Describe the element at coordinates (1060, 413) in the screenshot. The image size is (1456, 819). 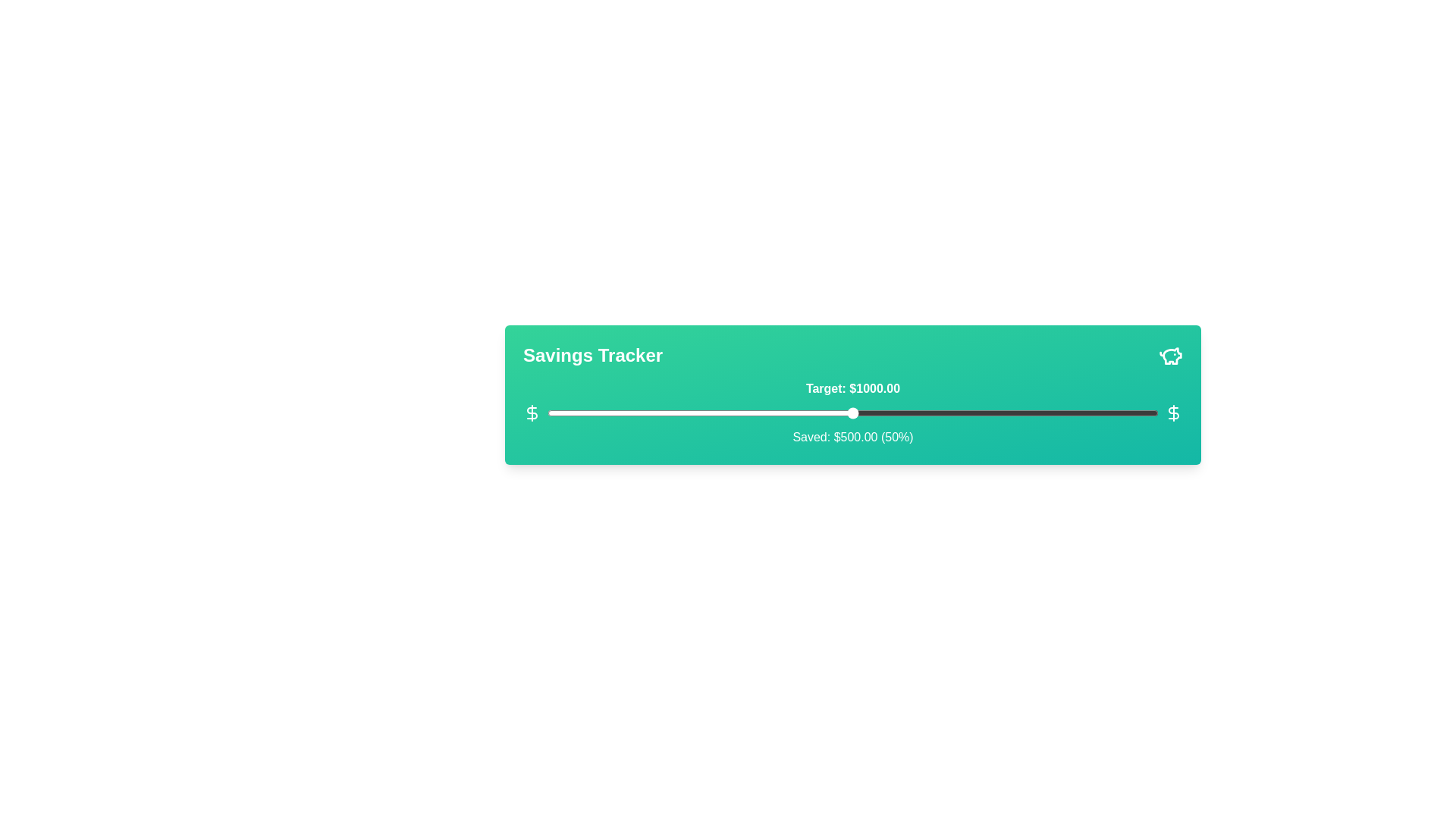
I see `the savings tracker` at that location.